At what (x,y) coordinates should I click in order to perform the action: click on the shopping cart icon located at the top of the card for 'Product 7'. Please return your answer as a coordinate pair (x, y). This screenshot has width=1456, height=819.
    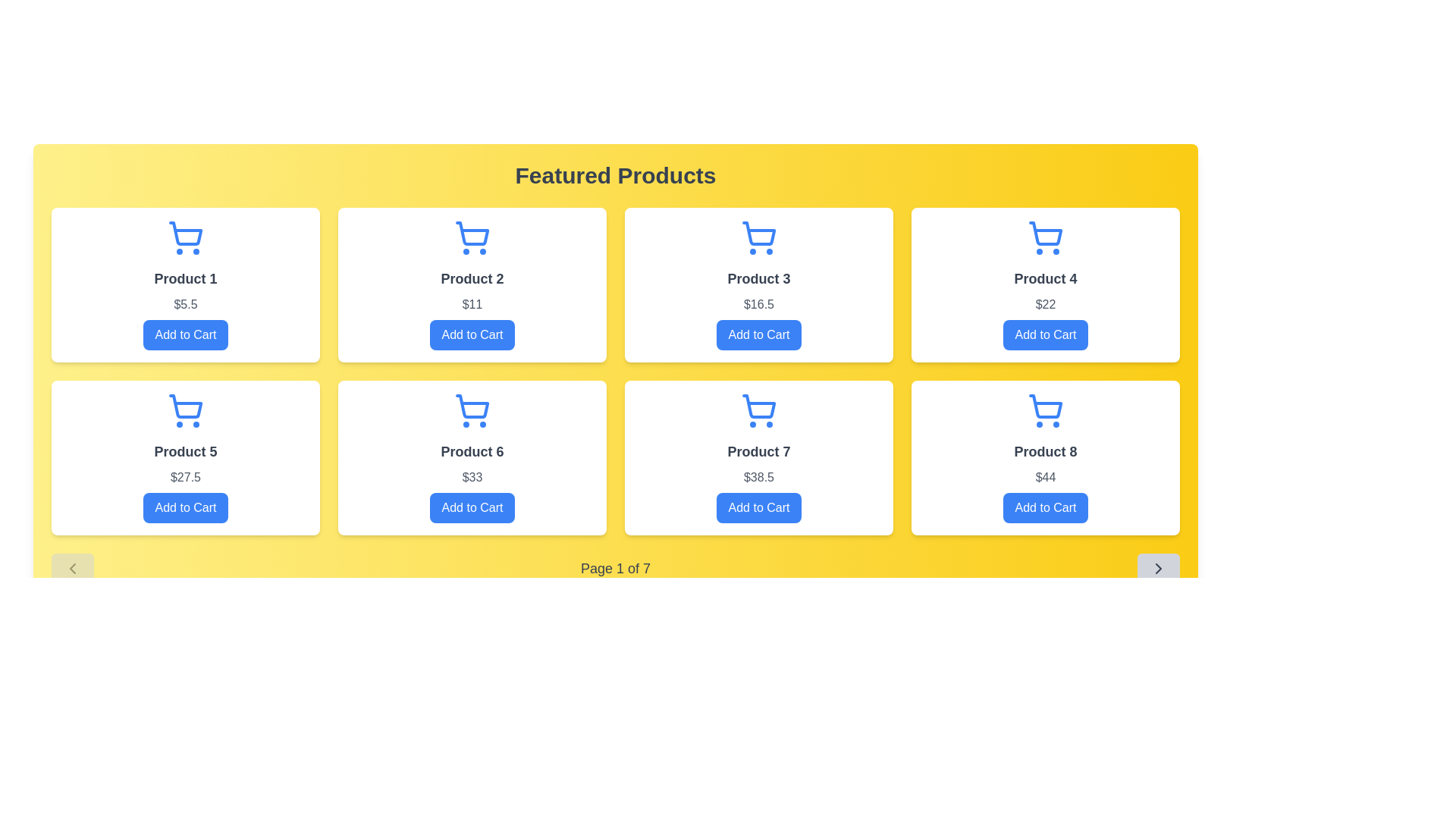
    Looking at the image, I should click on (759, 406).